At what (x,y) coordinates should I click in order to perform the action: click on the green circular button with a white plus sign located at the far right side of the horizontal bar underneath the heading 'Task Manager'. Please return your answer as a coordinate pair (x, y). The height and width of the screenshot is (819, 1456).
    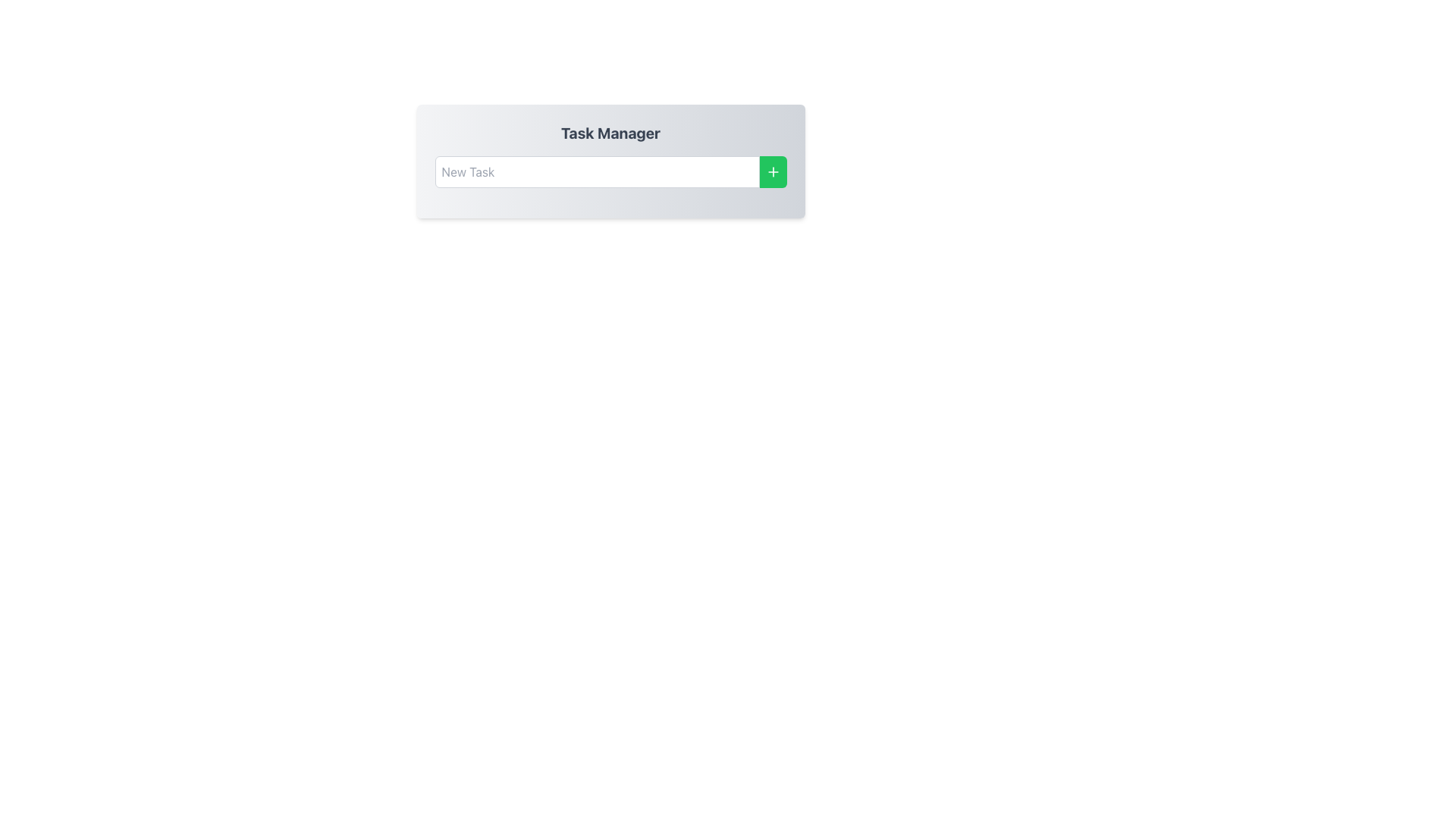
    Looking at the image, I should click on (773, 171).